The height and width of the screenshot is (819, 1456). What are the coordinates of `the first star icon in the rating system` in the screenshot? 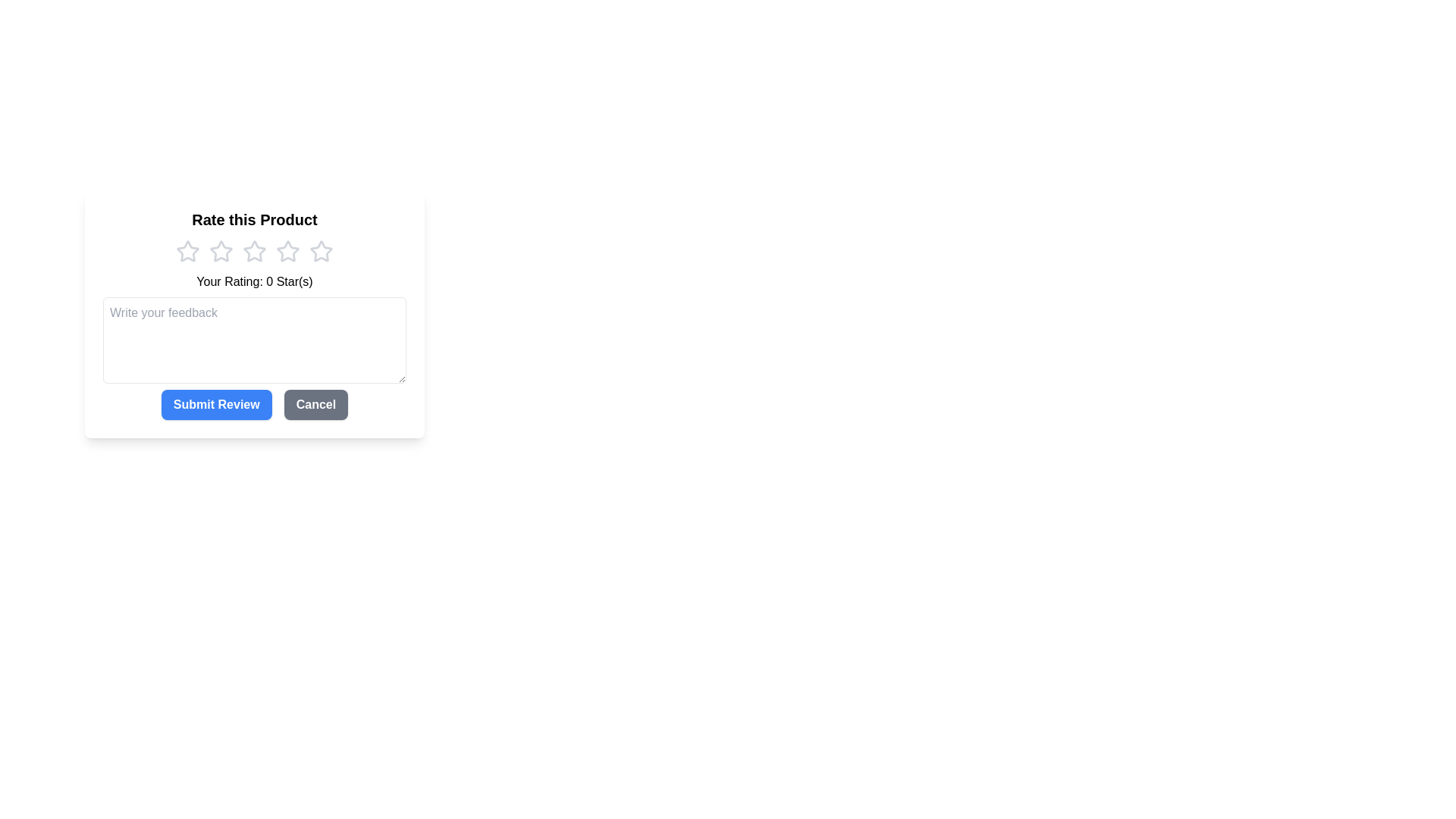 It's located at (187, 250).